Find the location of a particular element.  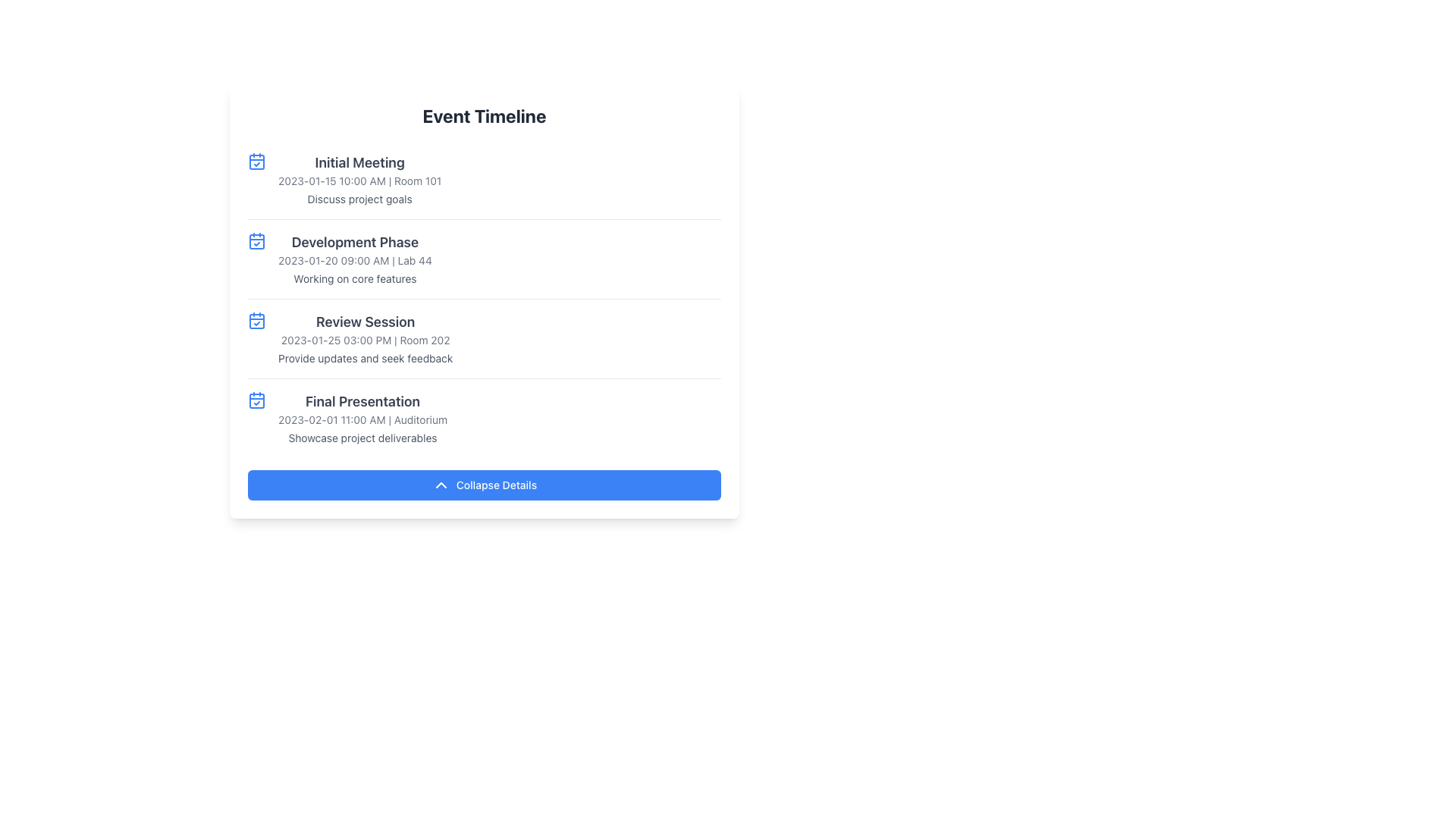

text element displaying '2023-02-01 11:00 AM | Auditorium', which is located in the 'Final Presentation' section, below the heading 'Final Presentation' and above the descriptive text is located at coordinates (362, 420).